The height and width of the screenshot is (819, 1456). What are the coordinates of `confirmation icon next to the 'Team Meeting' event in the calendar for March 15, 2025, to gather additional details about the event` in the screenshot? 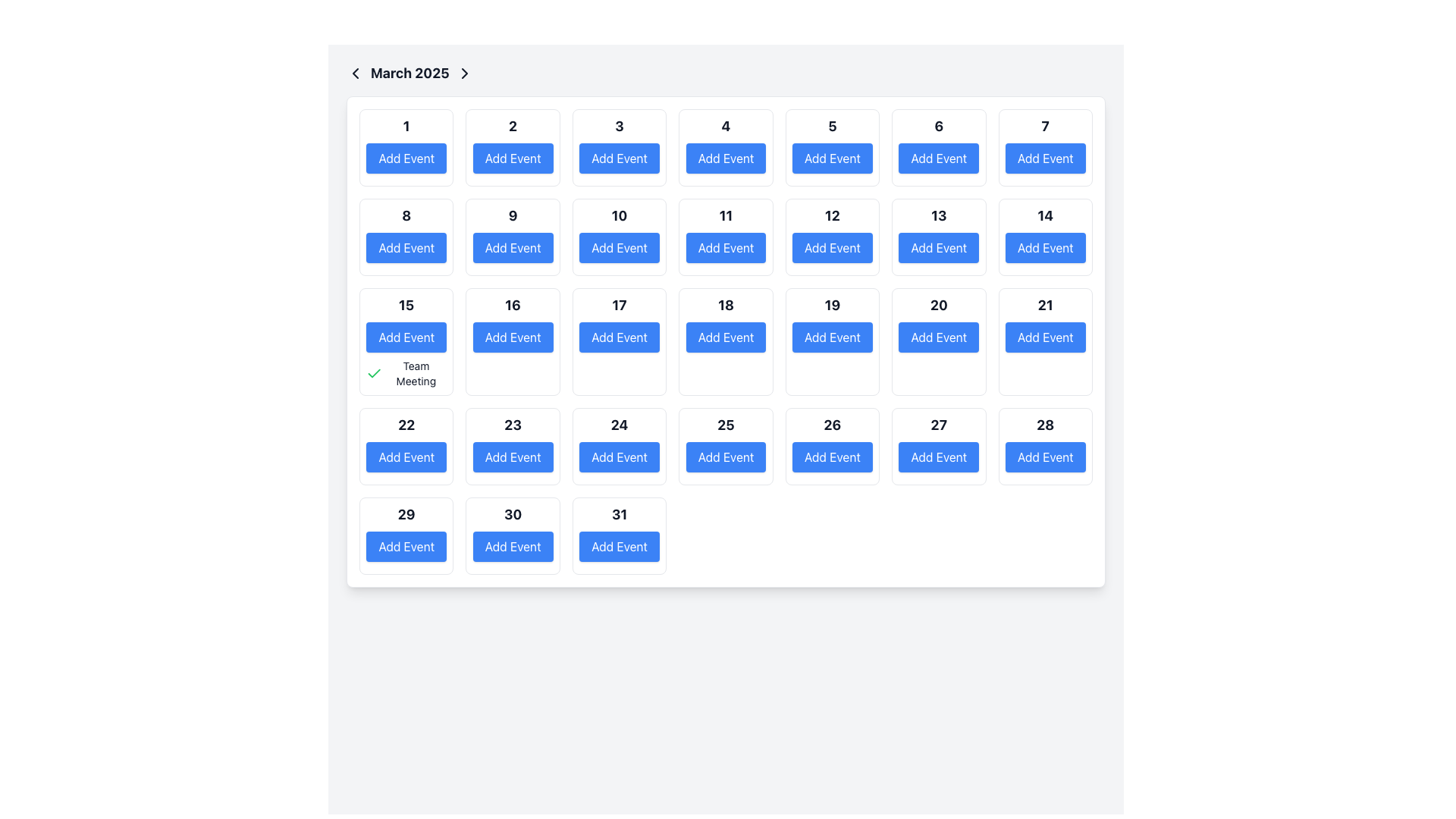 It's located at (374, 373).